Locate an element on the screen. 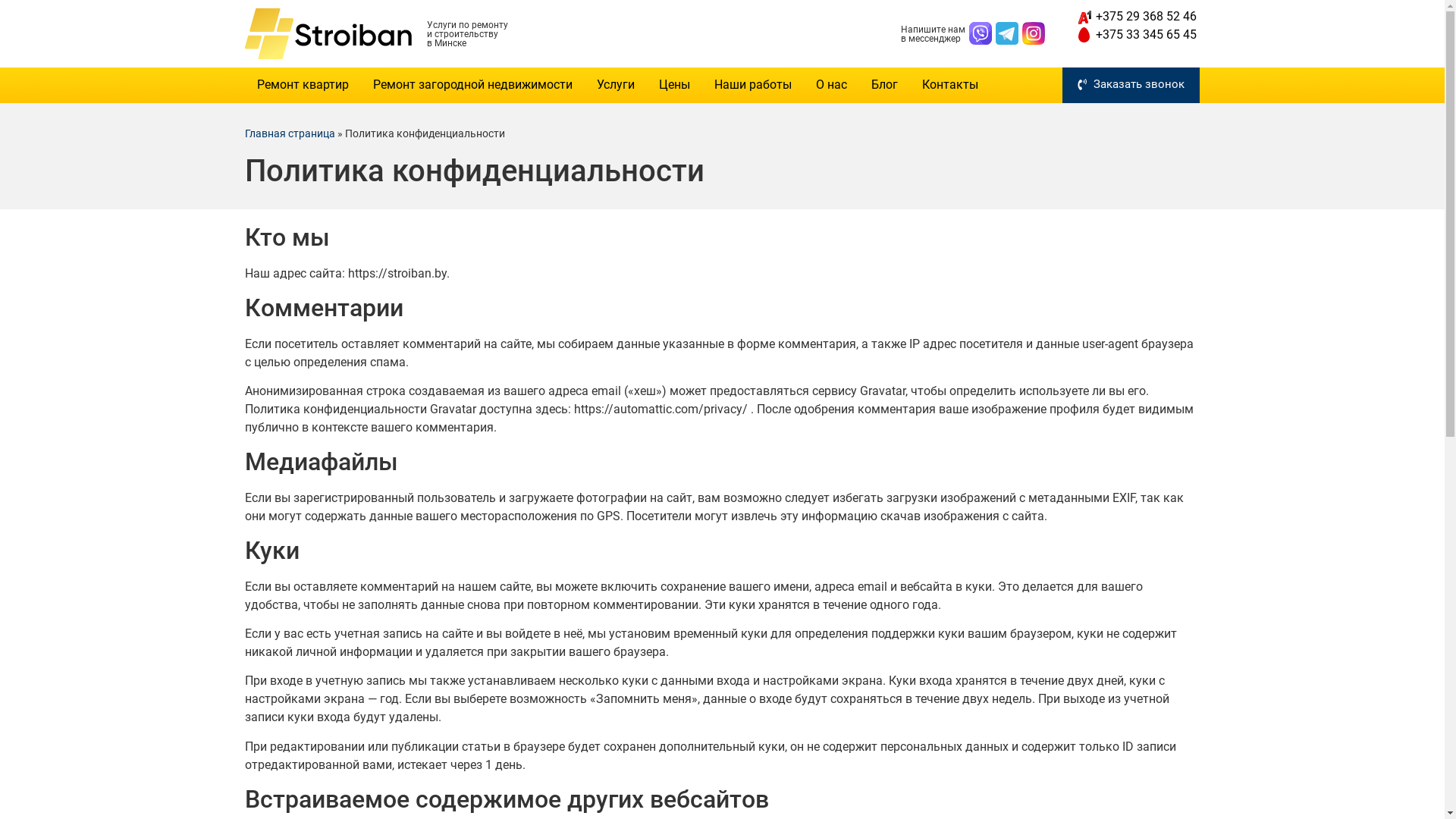 The image size is (1456, 819). '+375 29 368 52 46' is located at coordinates (1135, 17).